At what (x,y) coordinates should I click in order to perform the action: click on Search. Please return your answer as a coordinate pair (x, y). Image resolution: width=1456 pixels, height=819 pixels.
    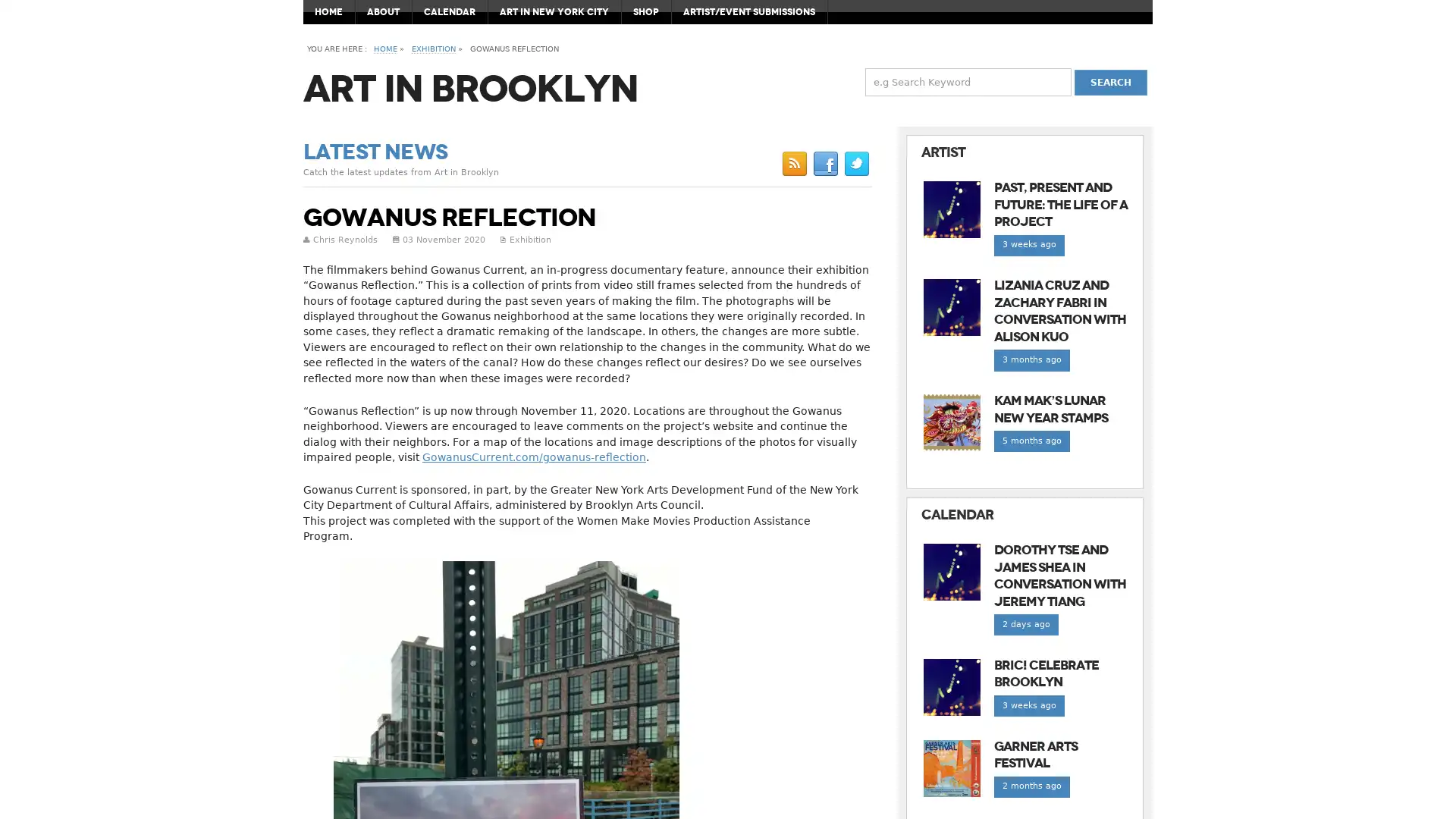
    Looking at the image, I should click on (1110, 82).